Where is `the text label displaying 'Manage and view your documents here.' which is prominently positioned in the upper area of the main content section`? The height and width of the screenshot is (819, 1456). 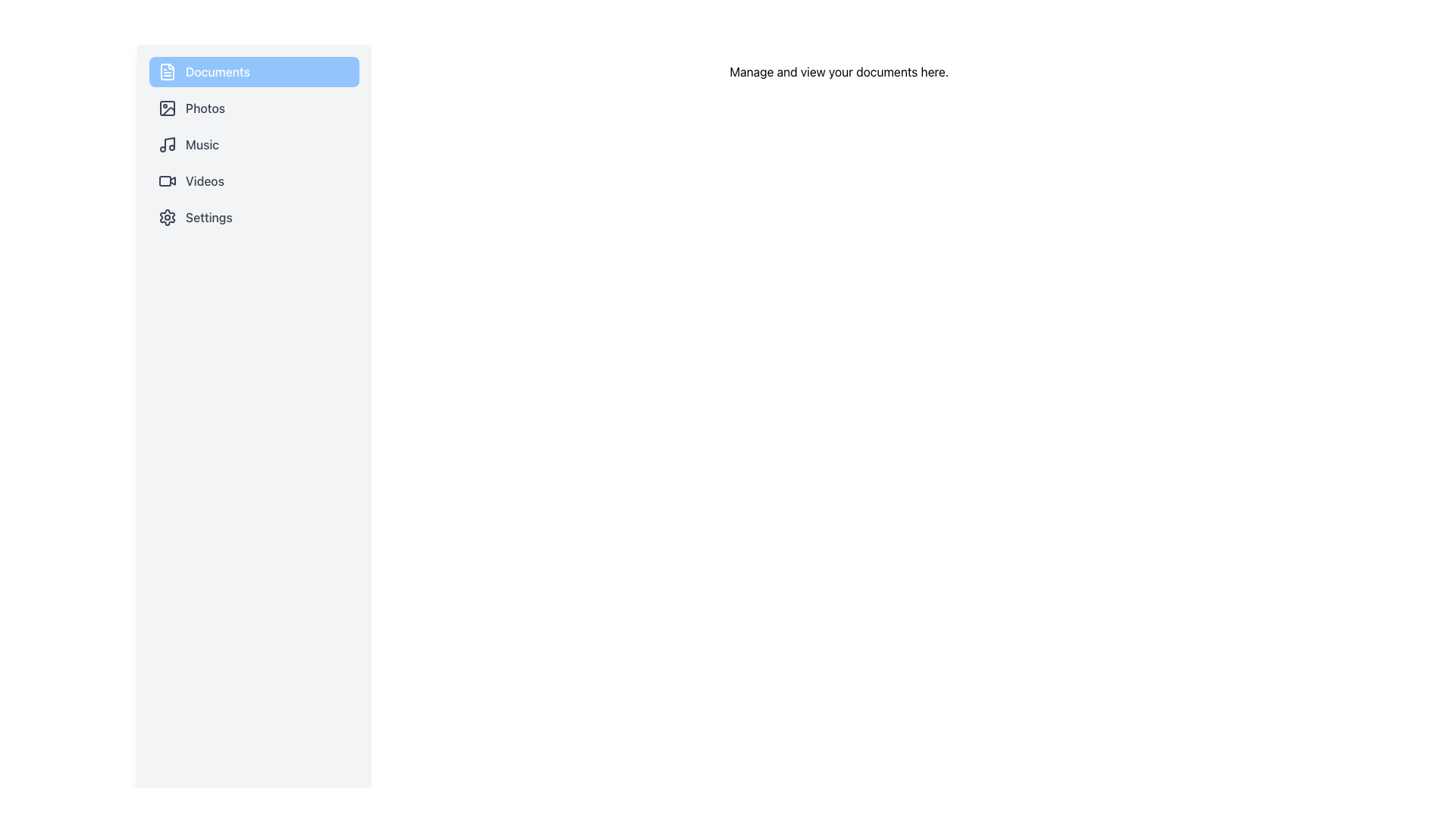 the text label displaying 'Manage and view your documents here.' which is prominently positioned in the upper area of the main content section is located at coordinates (838, 72).